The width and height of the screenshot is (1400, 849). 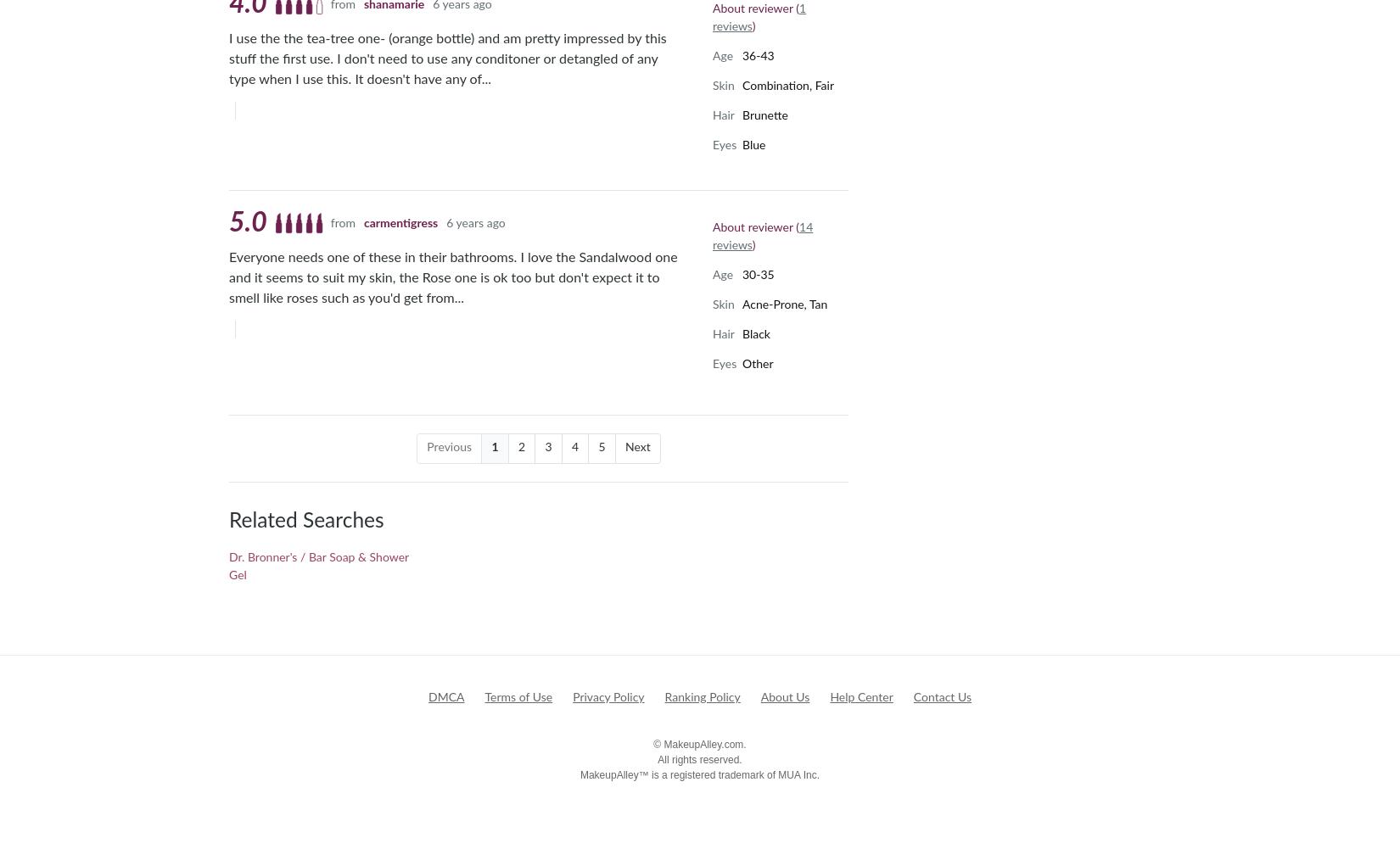 What do you see at coordinates (742, 364) in the screenshot?
I see `'Other'` at bounding box center [742, 364].